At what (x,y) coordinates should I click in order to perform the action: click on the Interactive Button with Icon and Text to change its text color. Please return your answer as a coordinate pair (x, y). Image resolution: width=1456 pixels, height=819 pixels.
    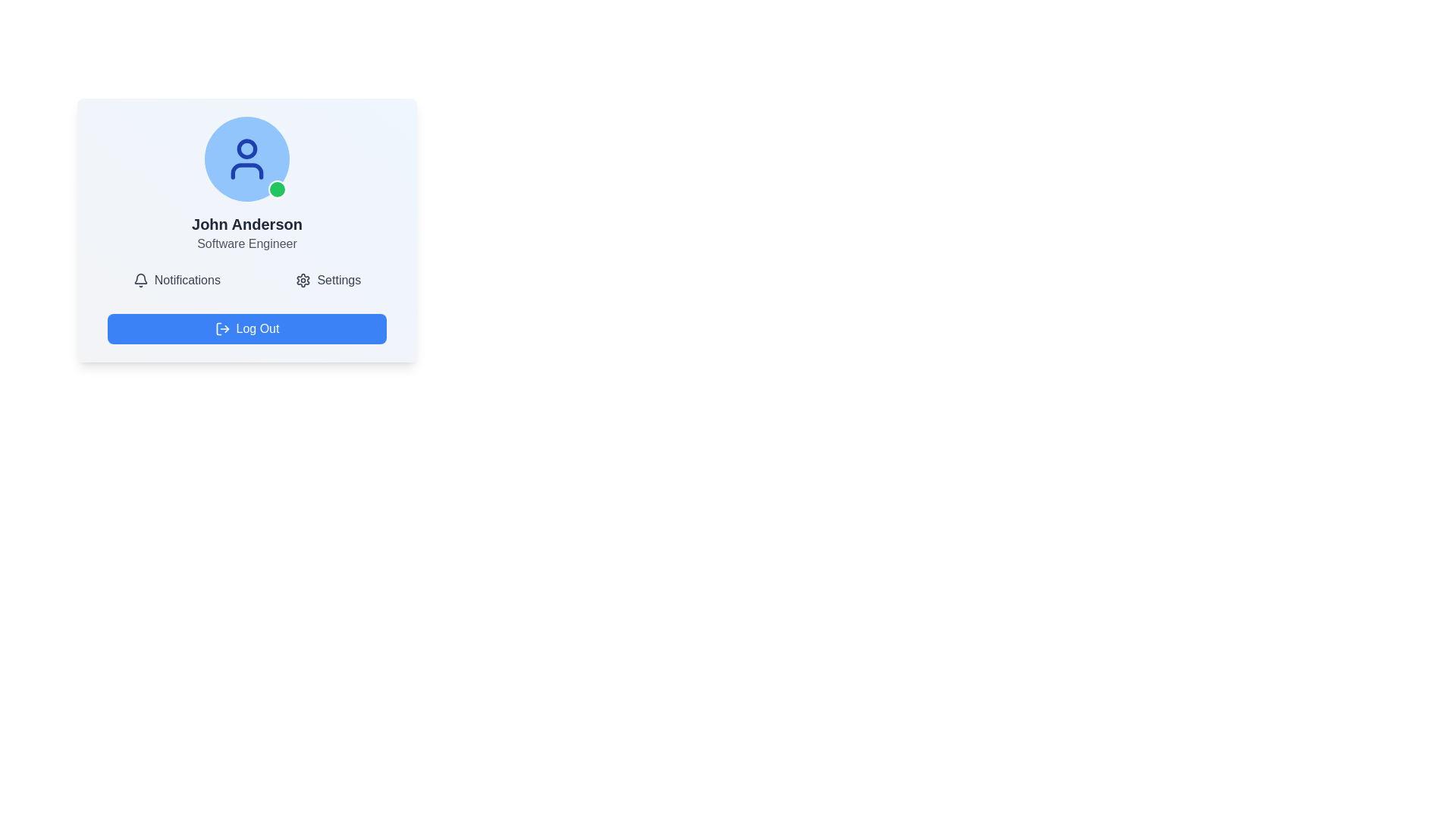
    Looking at the image, I should click on (328, 281).